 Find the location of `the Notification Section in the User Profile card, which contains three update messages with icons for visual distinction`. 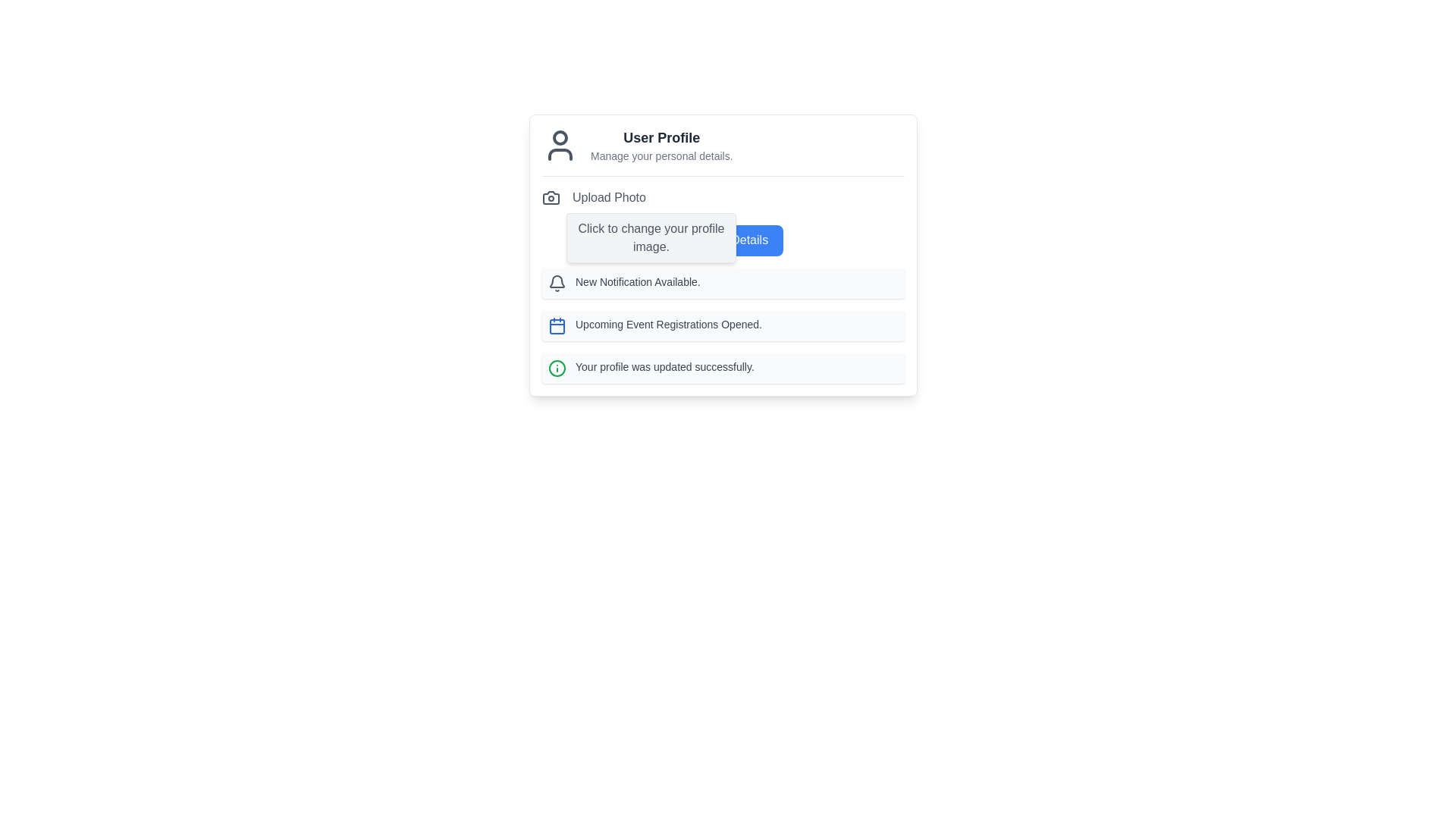

the Notification Section in the User Profile card, which contains three update messages with icons for visual distinction is located at coordinates (723, 324).